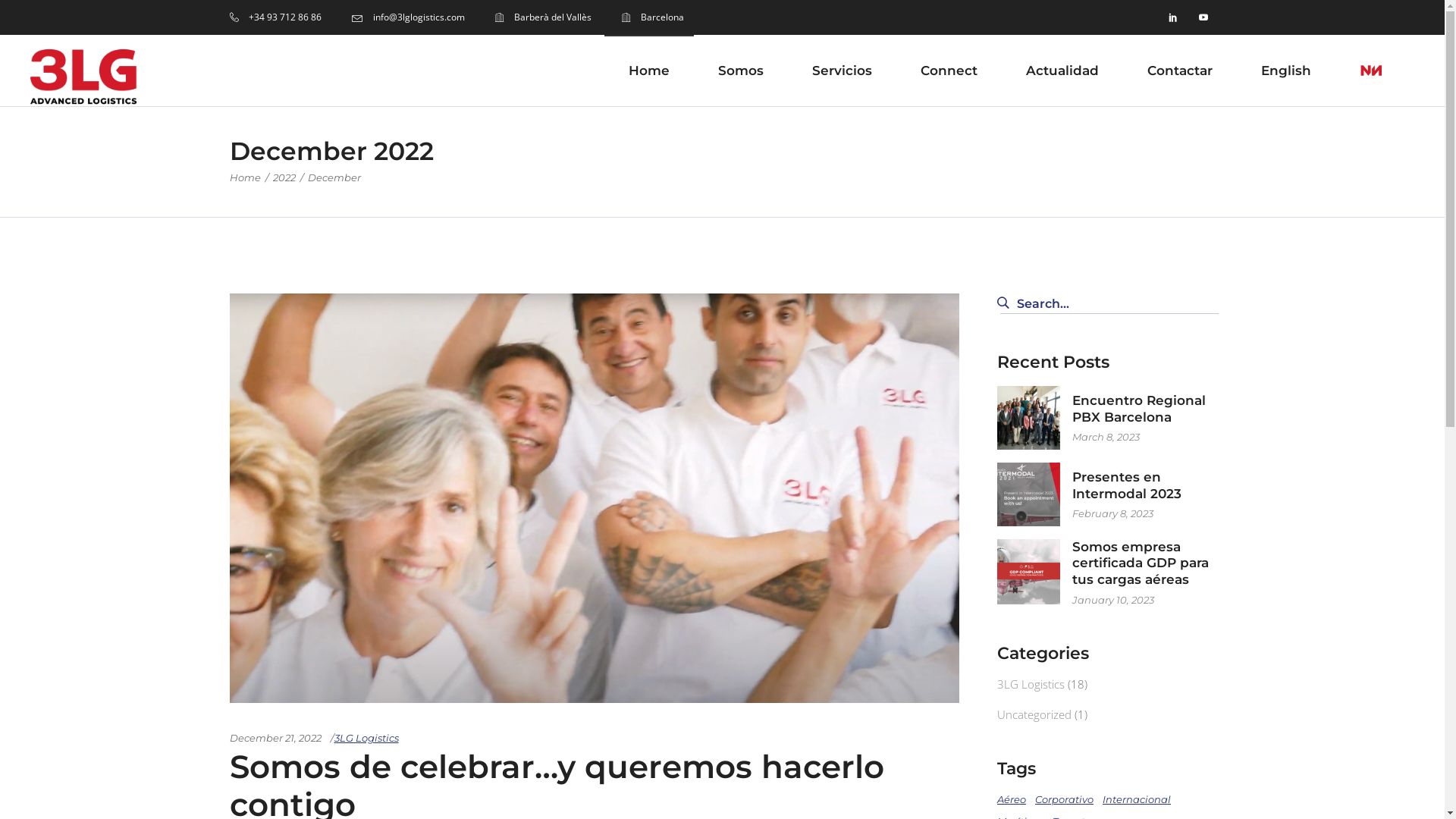 The image size is (1456, 819). Describe the element at coordinates (1109, 304) in the screenshot. I see `'Search for:'` at that location.